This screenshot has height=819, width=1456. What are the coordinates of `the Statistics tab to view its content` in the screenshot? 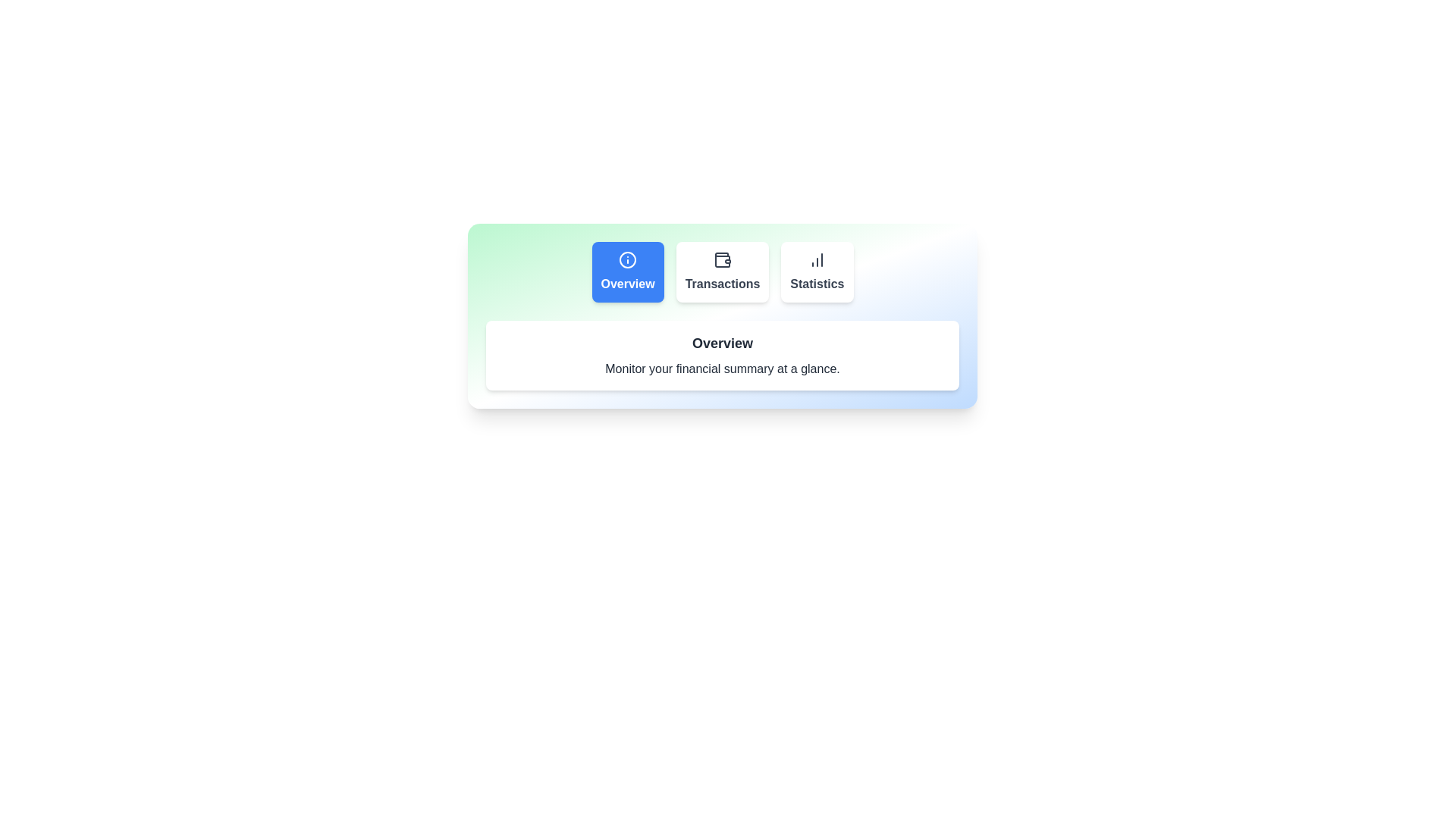 It's located at (816, 271).